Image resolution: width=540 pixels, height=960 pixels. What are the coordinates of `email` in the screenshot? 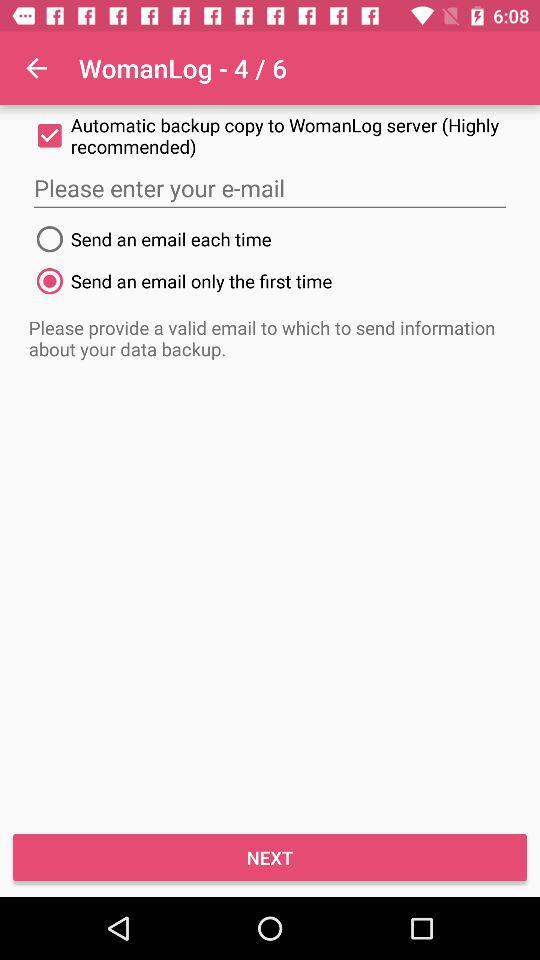 It's located at (270, 188).